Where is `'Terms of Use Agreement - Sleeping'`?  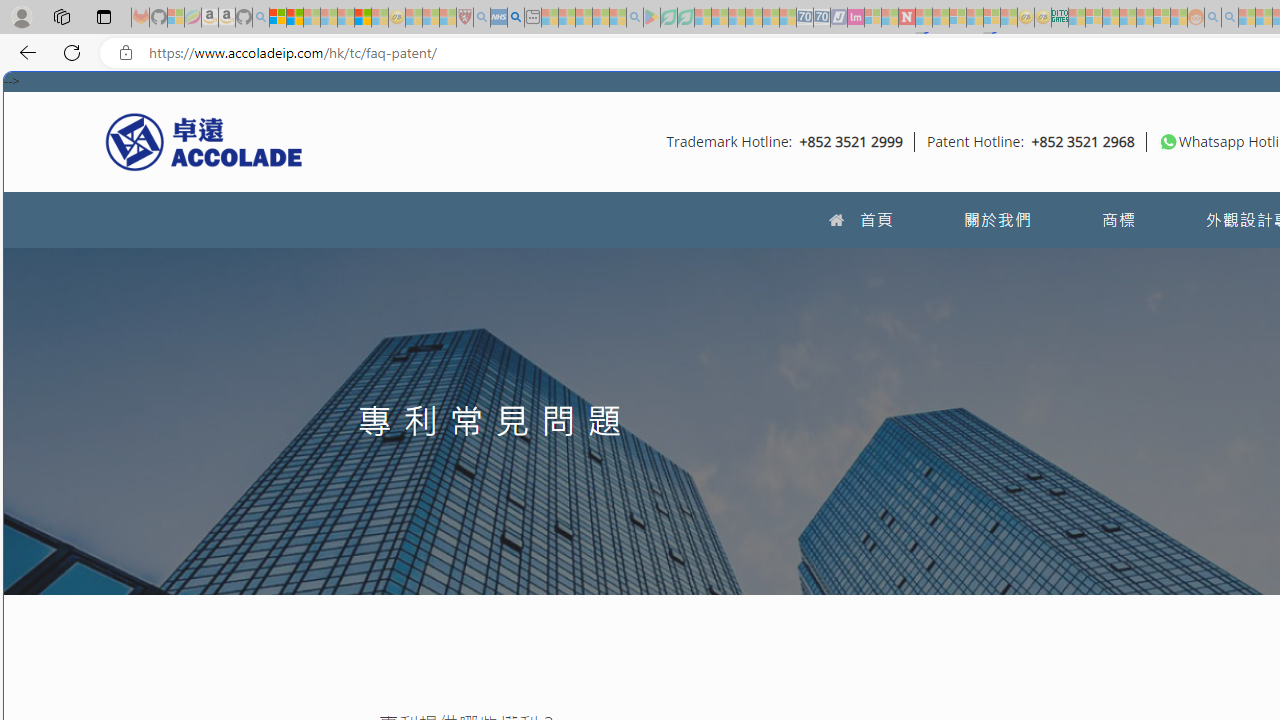 'Terms of Use Agreement - Sleeping' is located at coordinates (668, 17).